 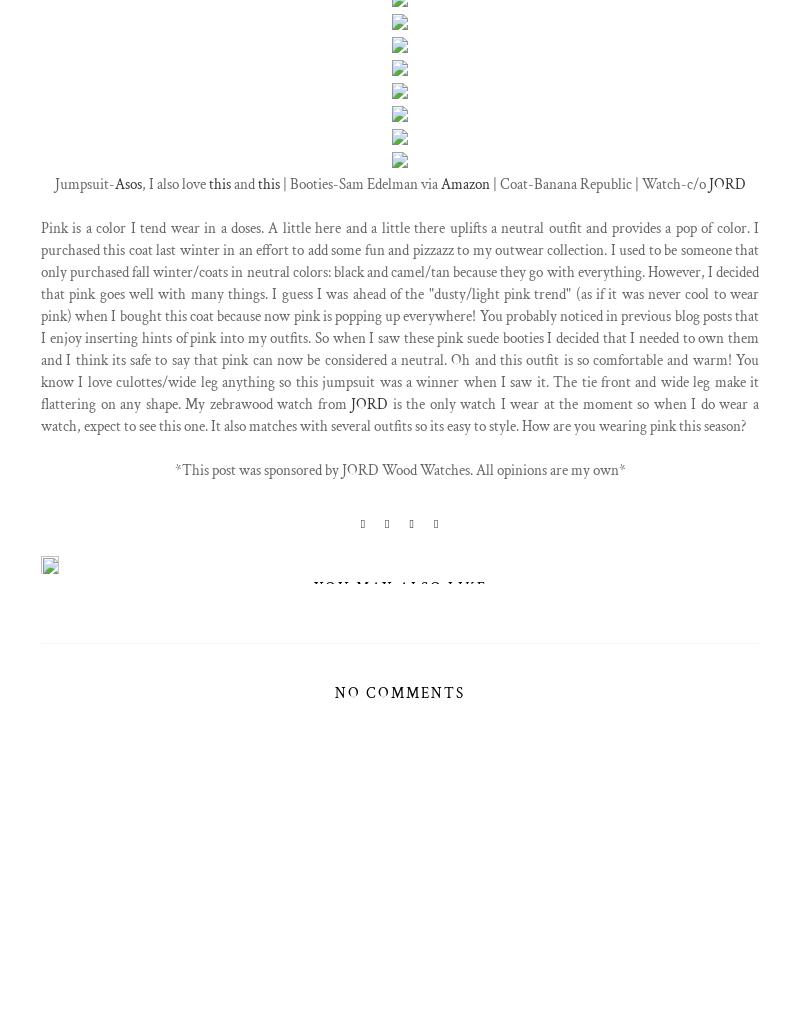 What do you see at coordinates (173, 182) in the screenshot?
I see `', I also love'` at bounding box center [173, 182].